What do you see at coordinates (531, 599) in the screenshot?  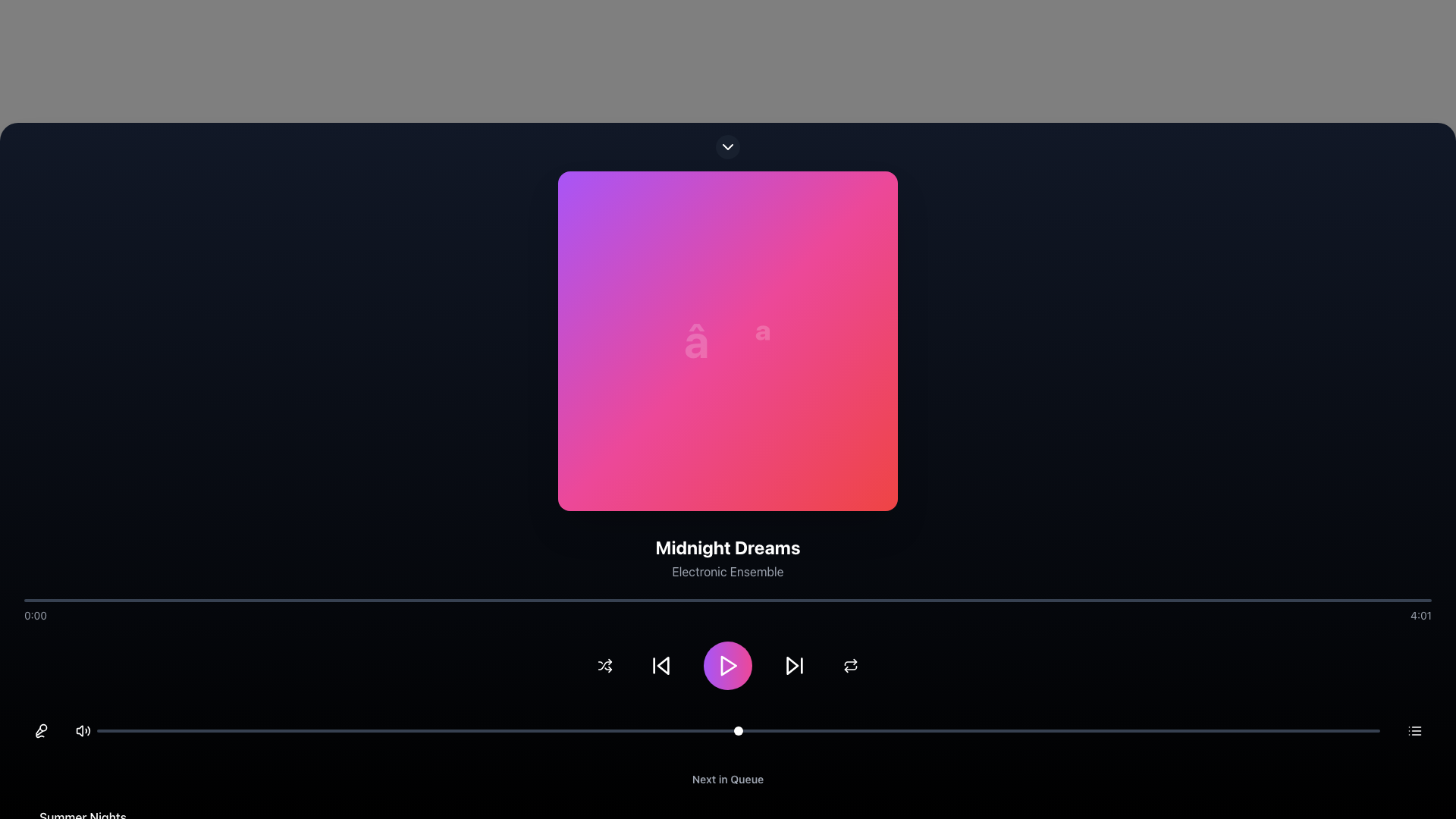 I see `playback position` at bounding box center [531, 599].